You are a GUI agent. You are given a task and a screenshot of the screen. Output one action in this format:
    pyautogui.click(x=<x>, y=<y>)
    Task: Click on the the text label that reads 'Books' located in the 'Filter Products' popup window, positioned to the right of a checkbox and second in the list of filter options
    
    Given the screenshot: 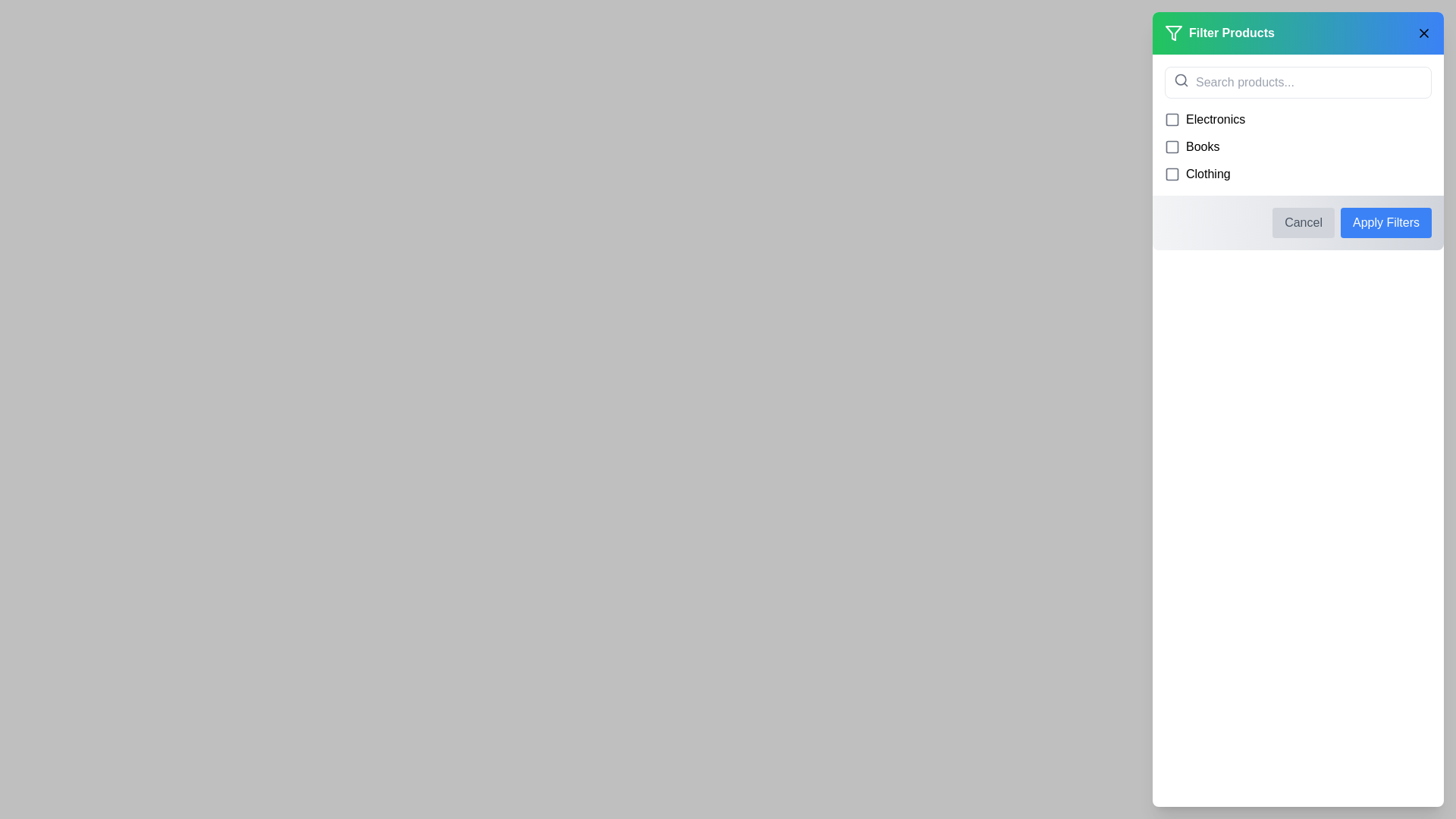 What is the action you would take?
    pyautogui.click(x=1202, y=146)
    